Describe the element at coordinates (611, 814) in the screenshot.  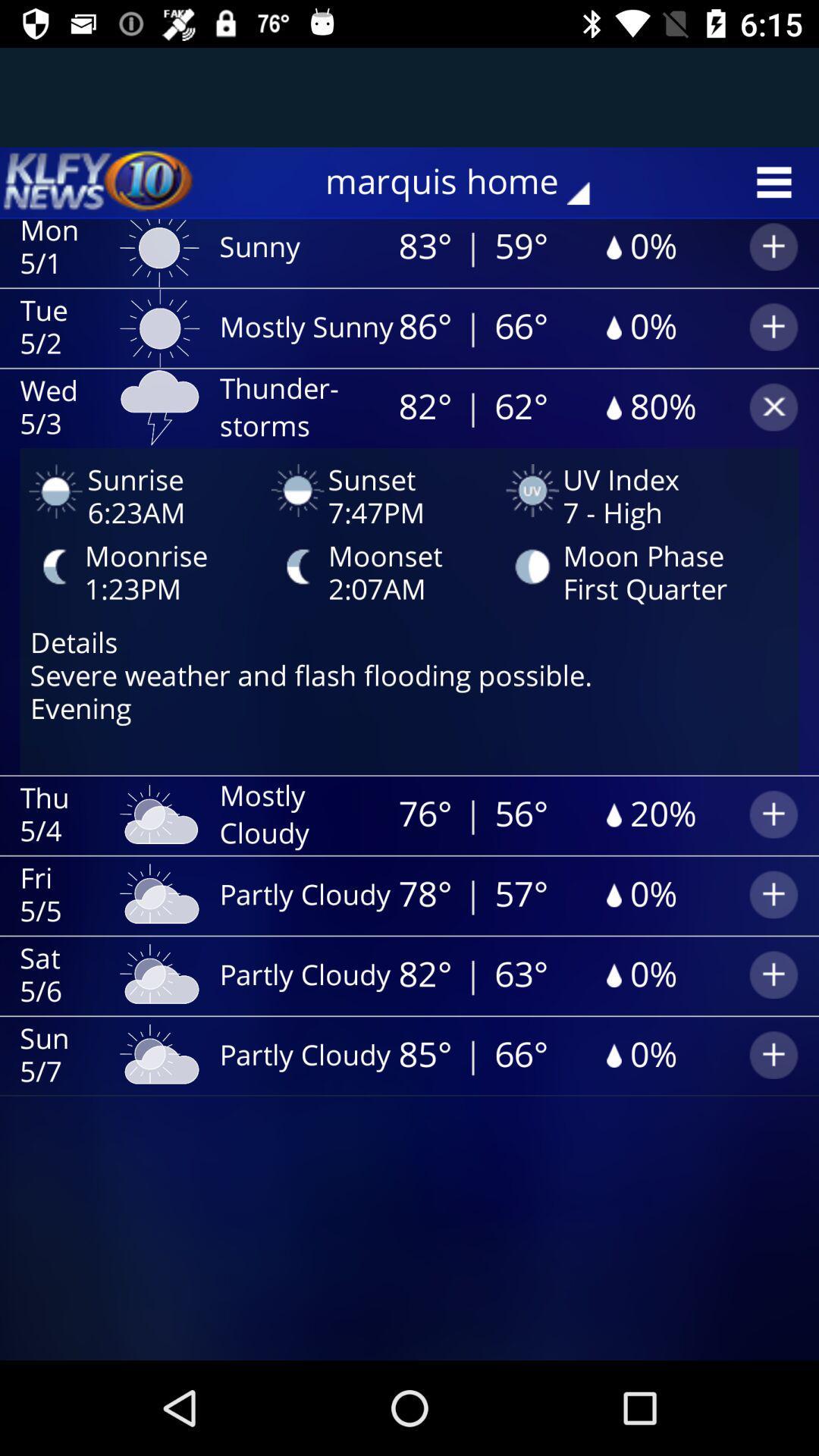
I see `the icon  which is left to the text 20` at that location.